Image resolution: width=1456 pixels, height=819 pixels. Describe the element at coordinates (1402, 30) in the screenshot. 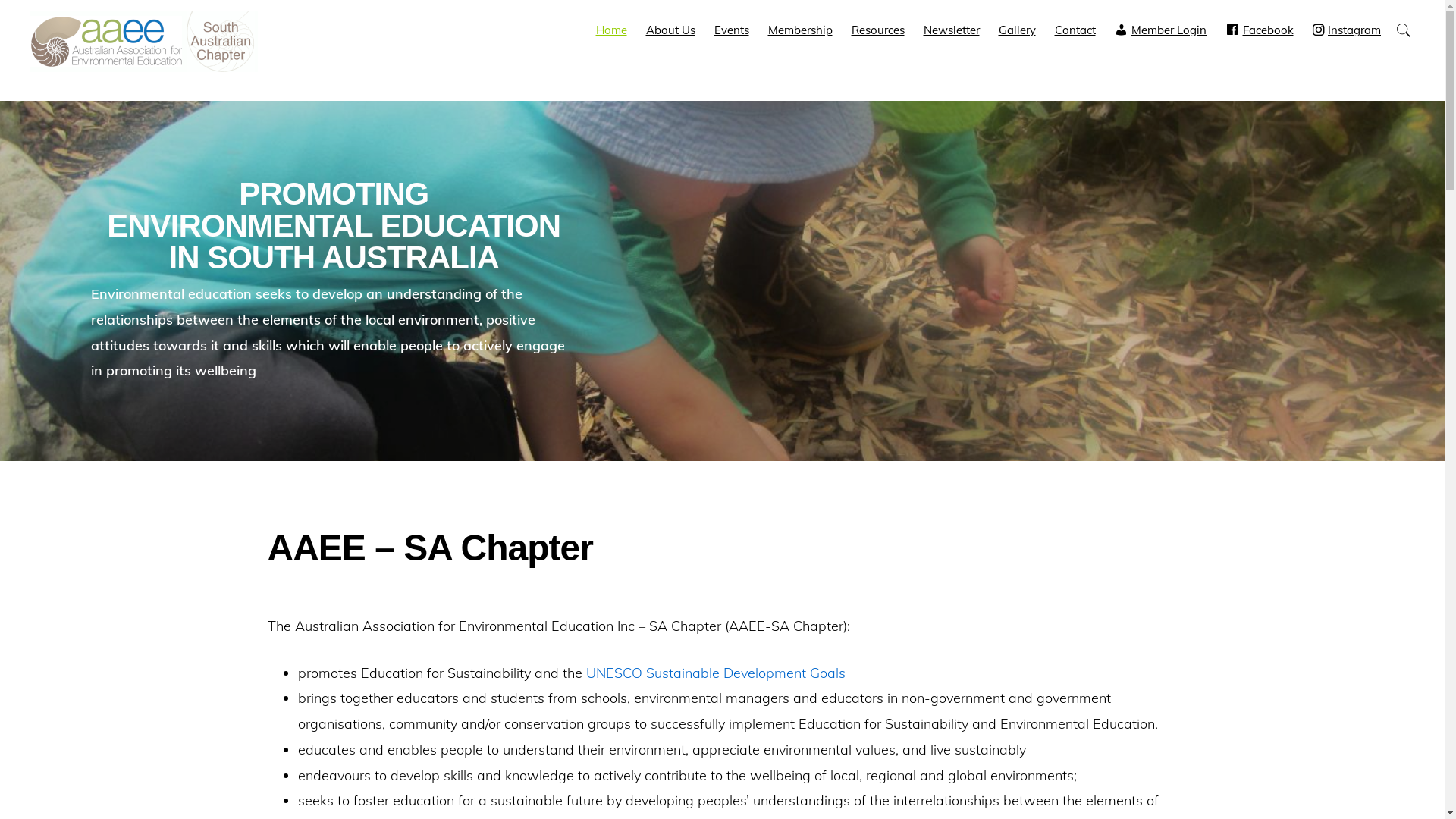

I see `'Show Search'` at that location.